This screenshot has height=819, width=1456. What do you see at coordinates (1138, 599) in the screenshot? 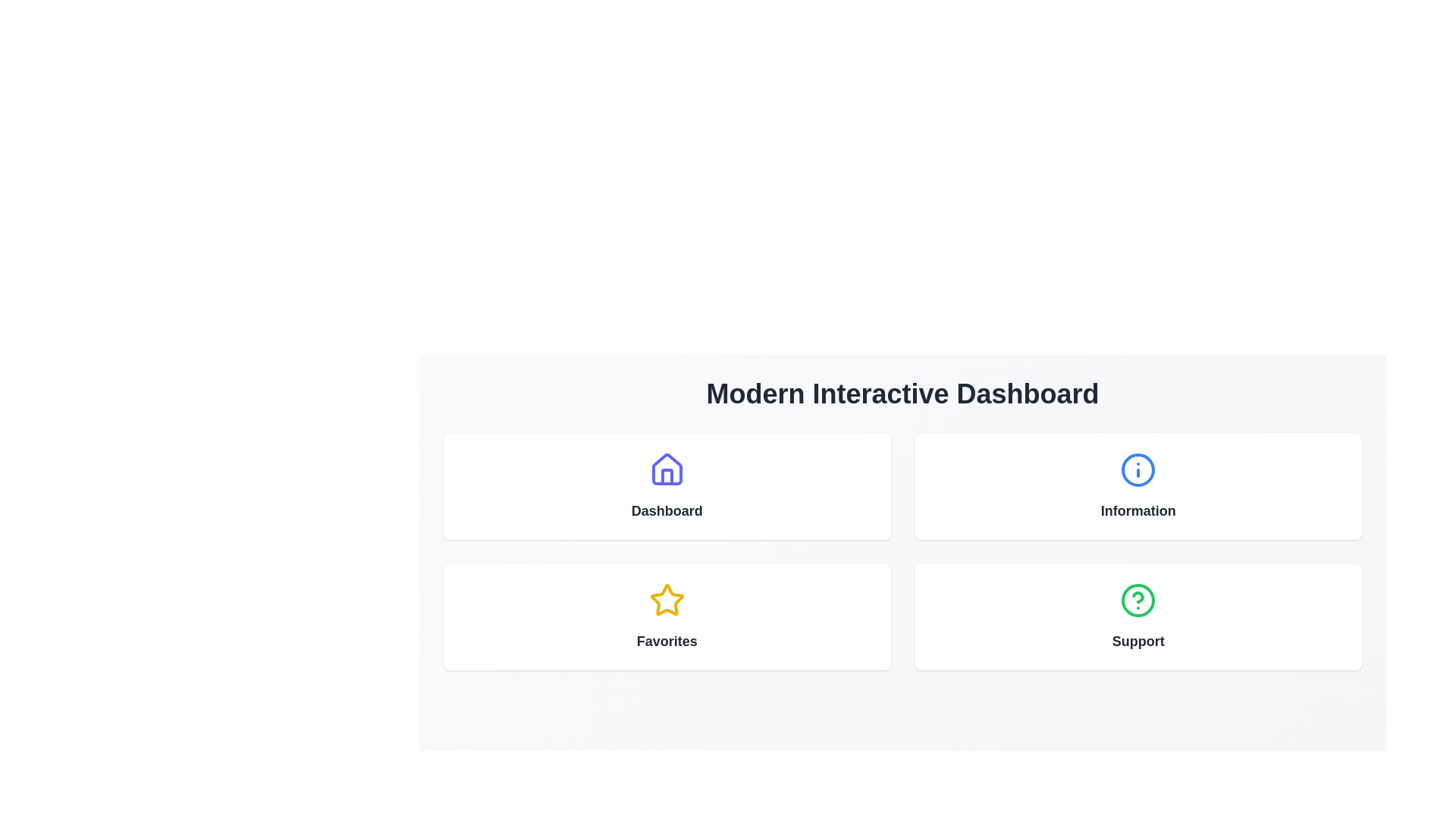
I see `the circular icon representing the 'Support' feature located above the text 'Support' in the bottom-right card of the grid` at bounding box center [1138, 599].